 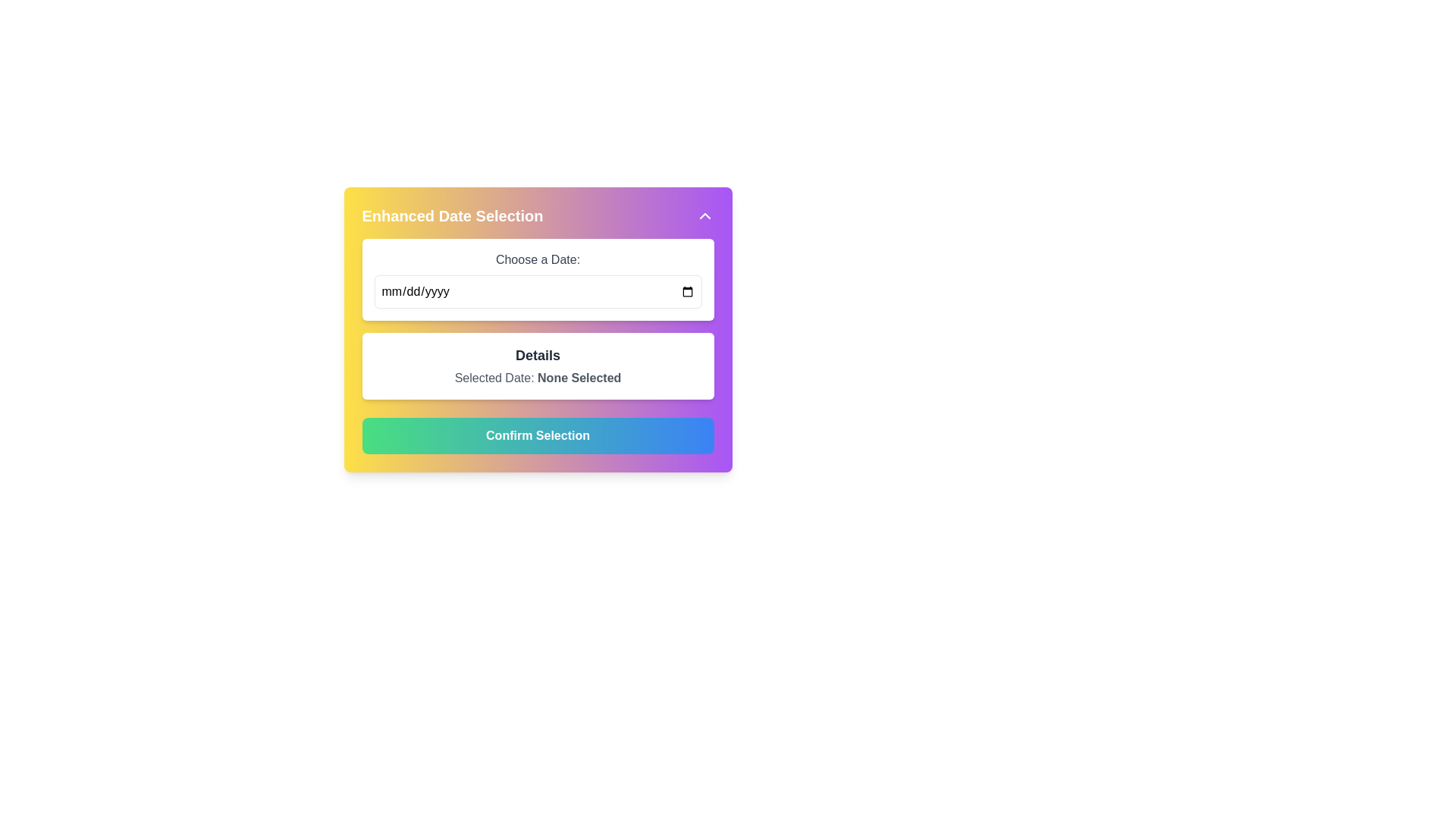 I want to click on the text label 'Choose a Date:' which is styled with medium font weight and gray color, located at the top-center of the white panel in the colorful card interface, so click(x=538, y=259).